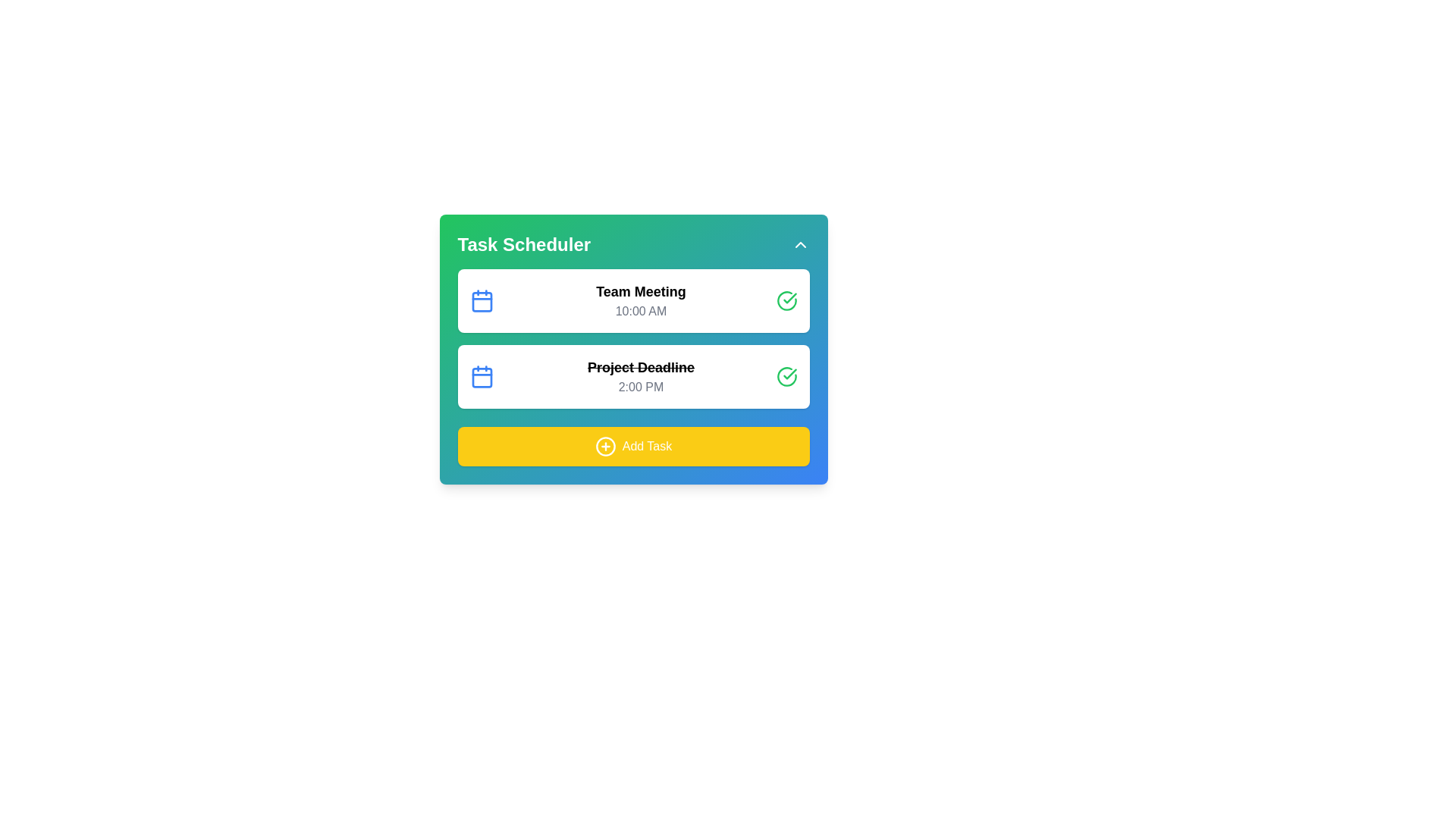 The height and width of the screenshot is (819, 1456). I want to click on the SVG Checkmark Icon located to the right of the 'Team Meeting' text in the task scheduler interface to denote task approval, so click(789, 374).